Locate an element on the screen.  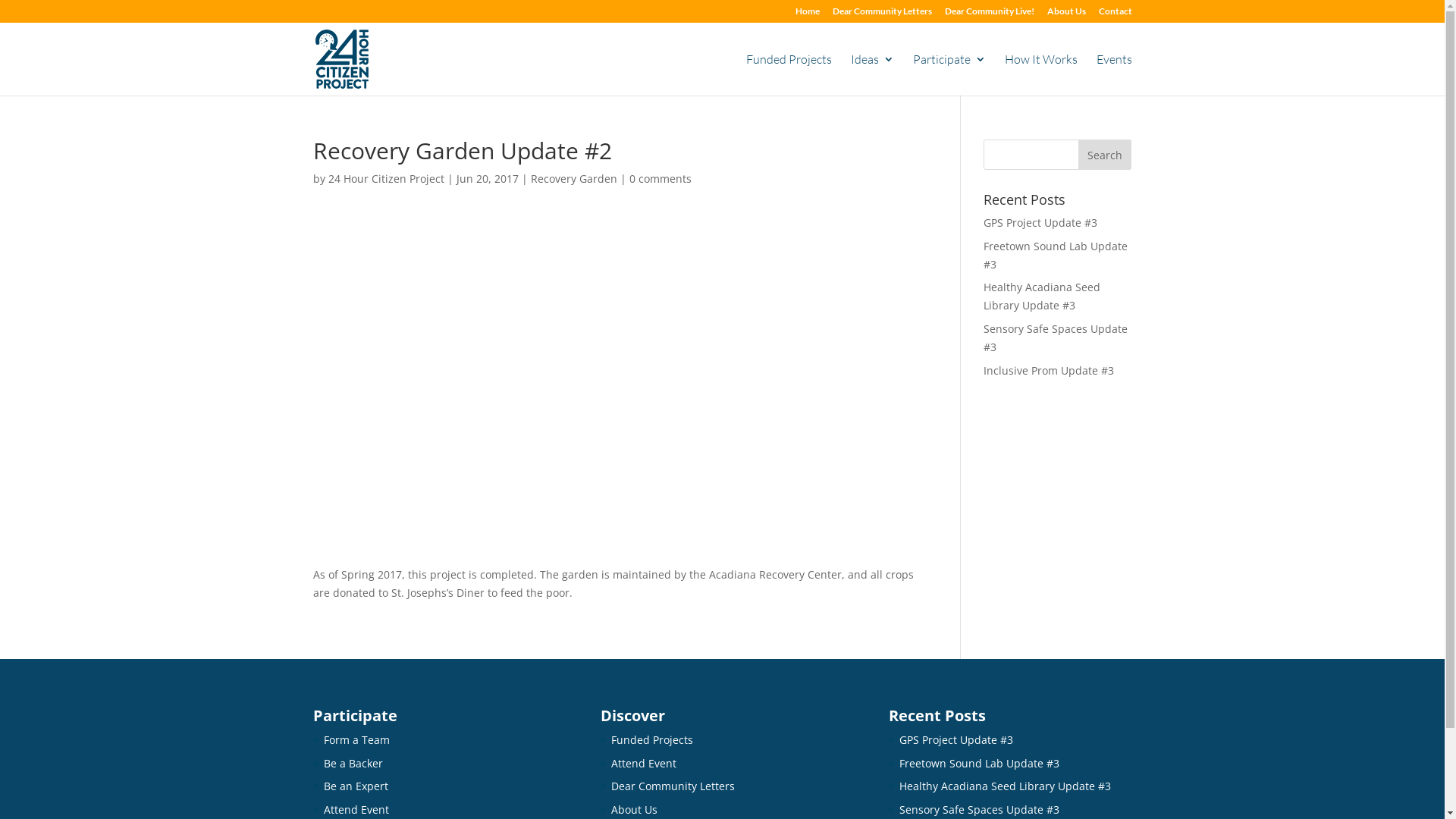
'24 Hour Citizen Project' is located at coordinates (385, 177).